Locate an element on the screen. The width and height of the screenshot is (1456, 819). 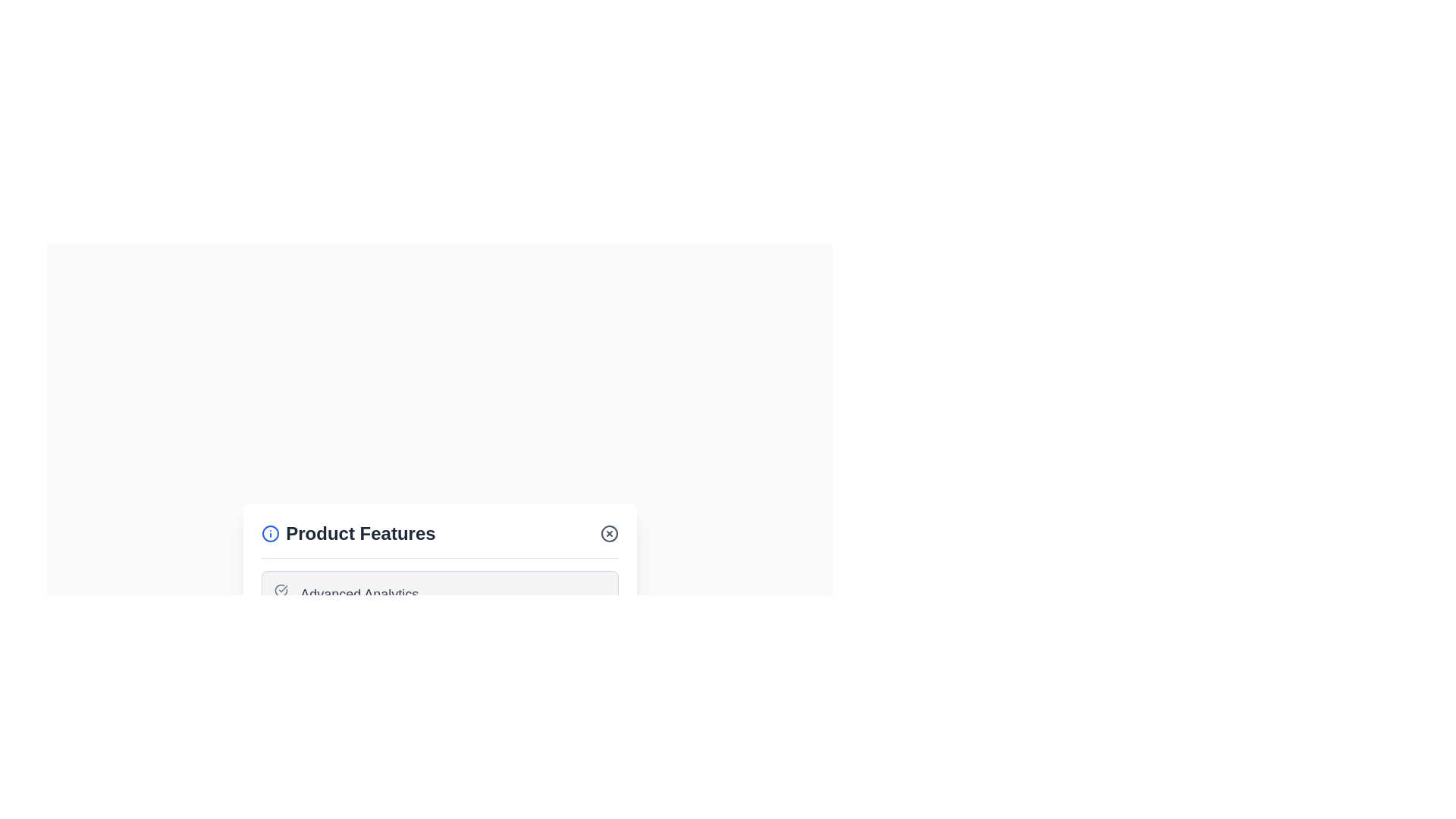
the button located at the top-right corner of the 'Product Features' section header is located at coordinates (609, 532).